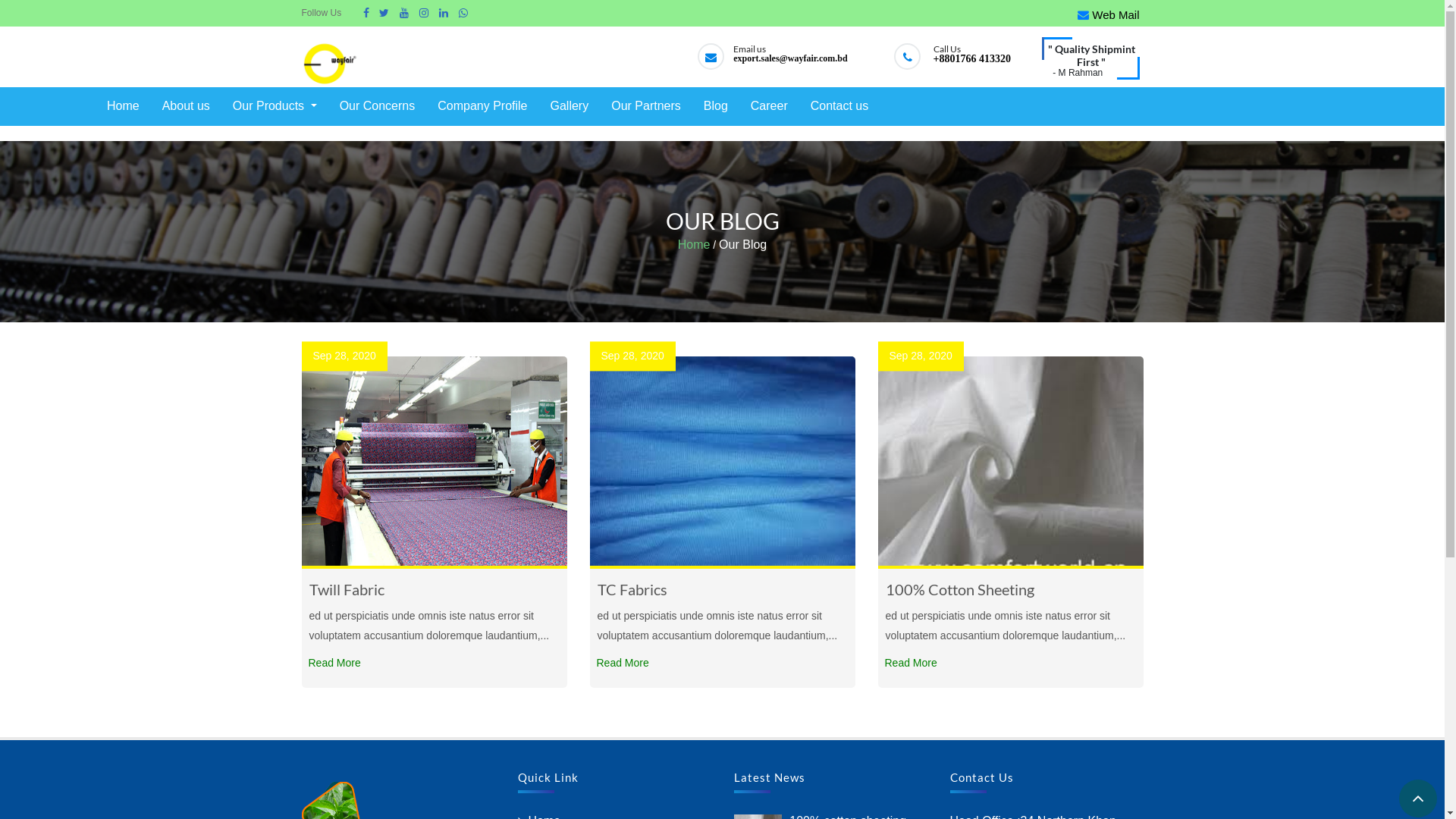  Describe the element at coordinates (481, 105) in the screenshot. I see `'Company Profile'` at that location.